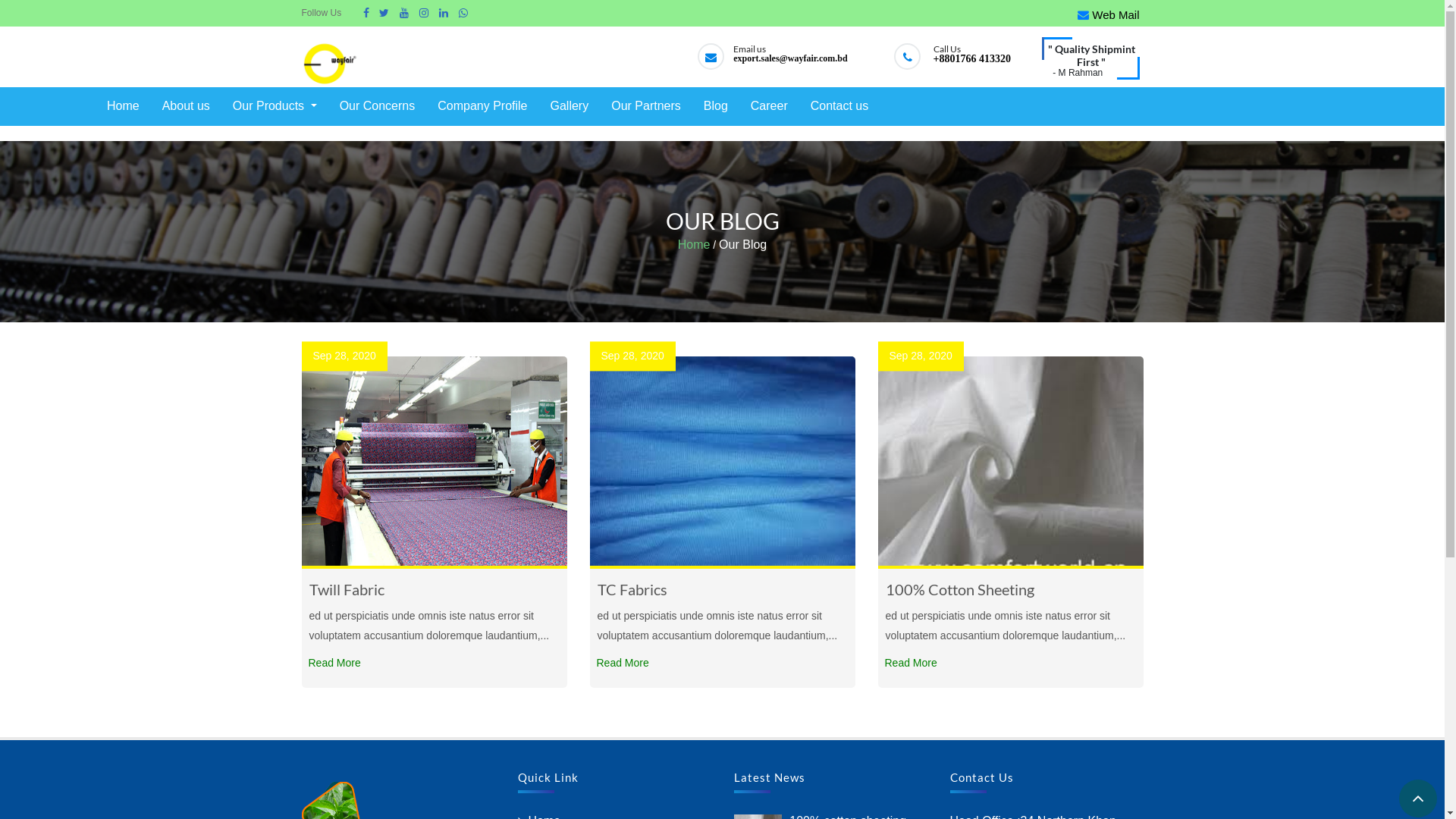  Describe the element at coordinates (481, 105) in the screenshot. I see `'Company Profile'` at that location.